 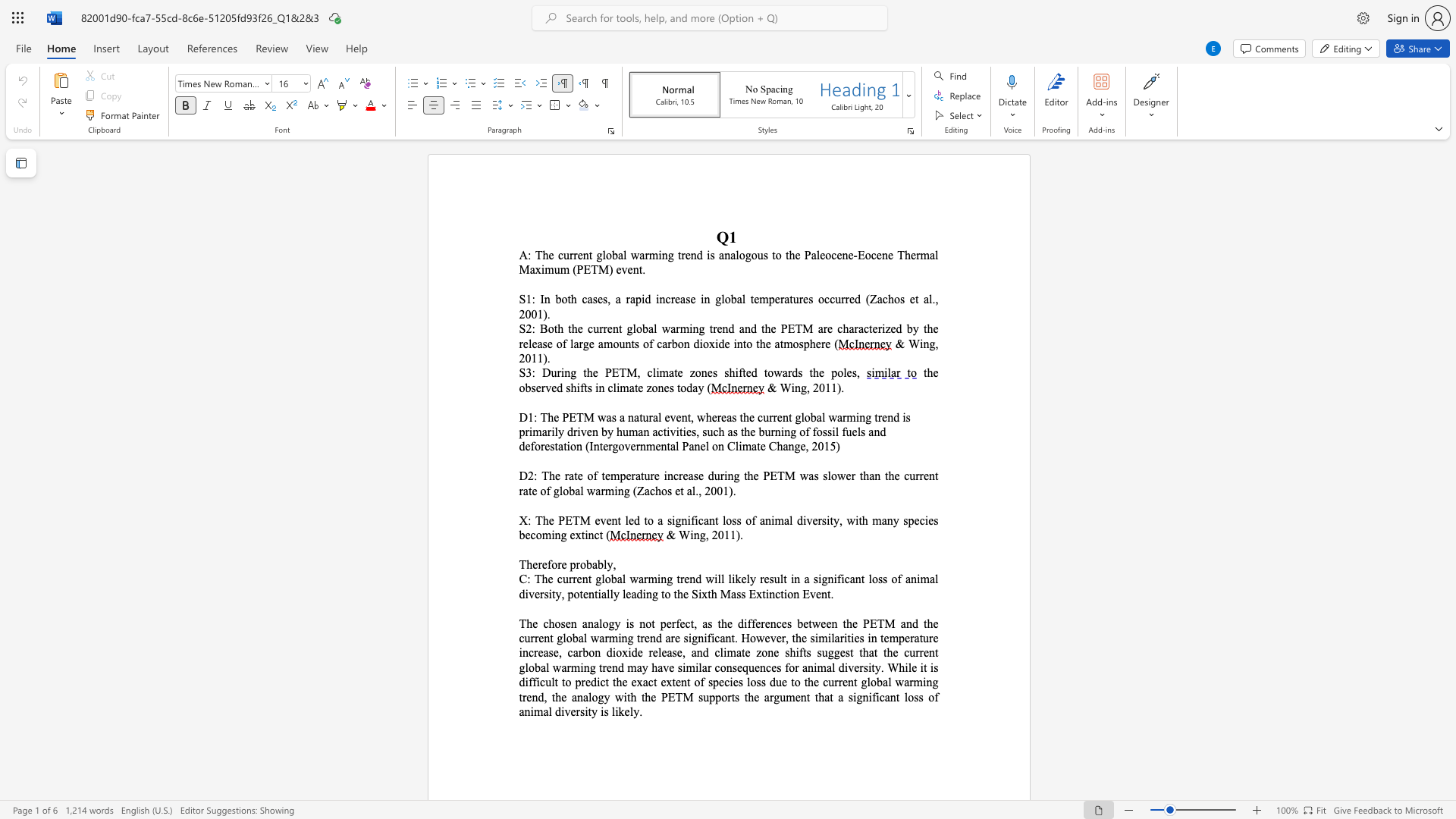 What do you see at coordinates (687, 475) in the screenshot?
I see `the subset text "ase during the PETM was slower than the current rate of glo" within the text "ncrease during the PETM was slower than the current rate of global warming (Zachos et al., 2001)."` at bounding box center [687, 475].